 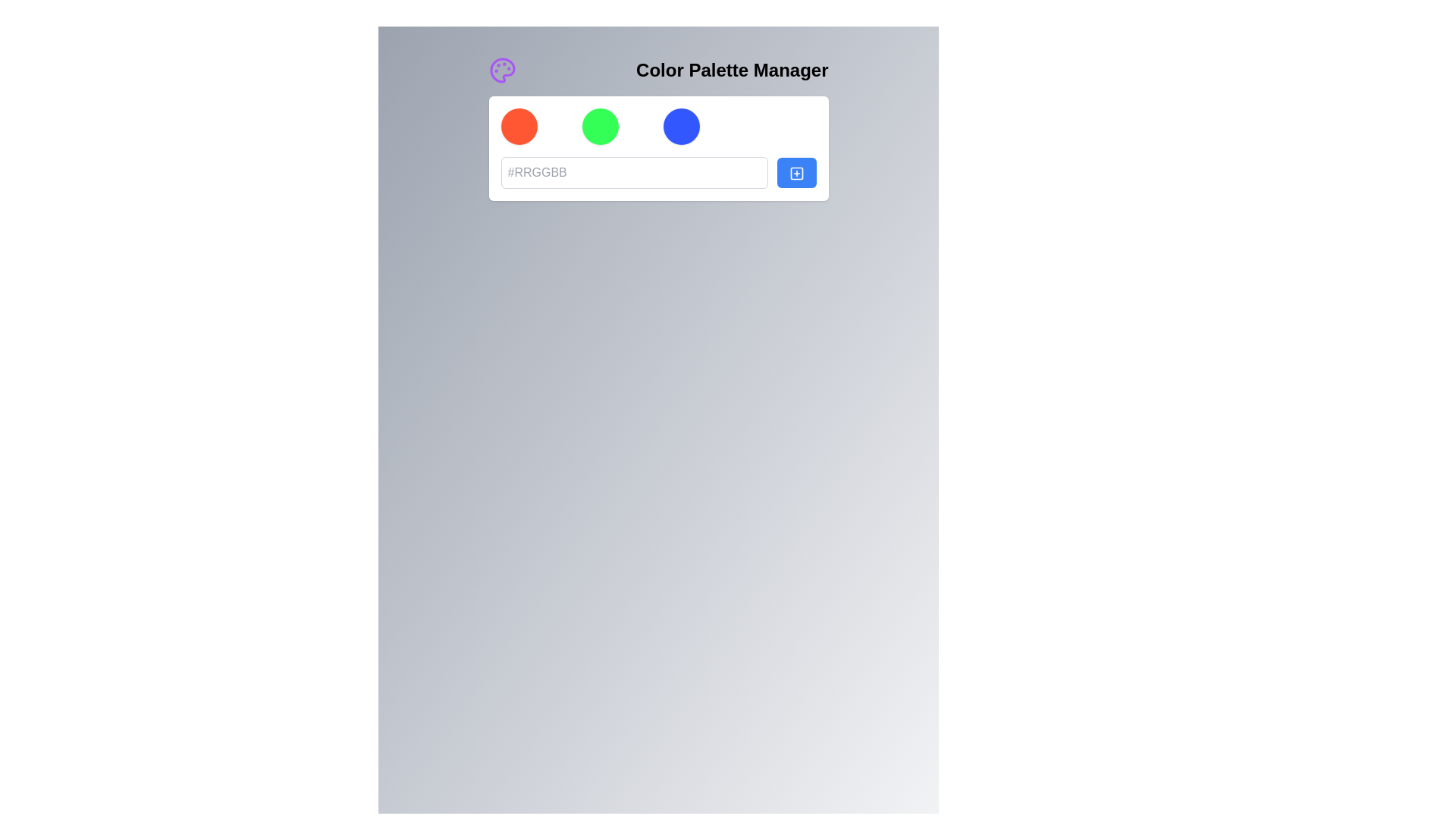 I want to click on the SVG-based graphical icon within the button on the right side of the color selection interface, so click(x=795, y=172).